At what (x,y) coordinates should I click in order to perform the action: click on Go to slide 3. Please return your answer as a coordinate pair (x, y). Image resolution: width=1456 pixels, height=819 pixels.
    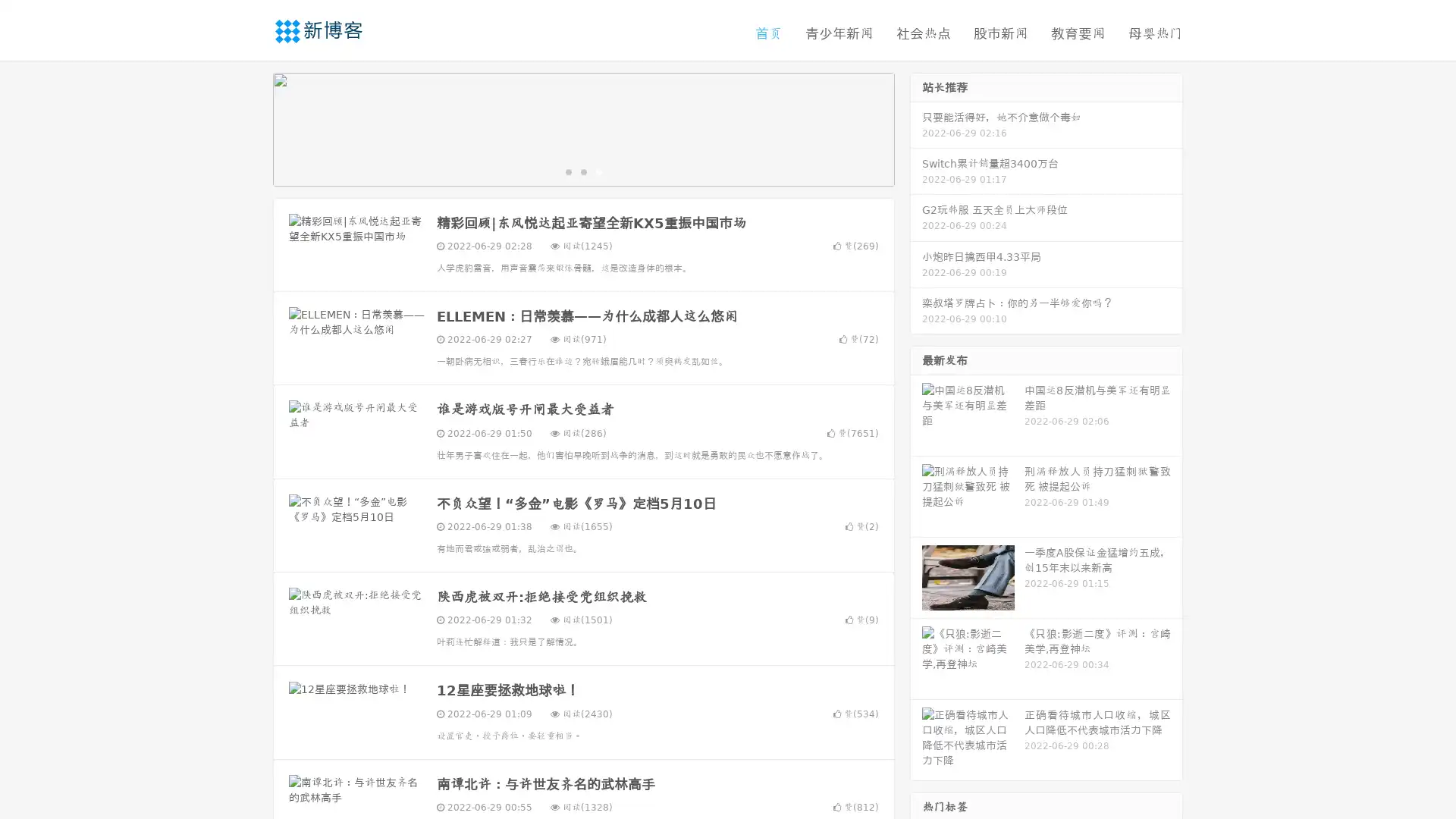
    Looking at the image, I should click on (598, 171).